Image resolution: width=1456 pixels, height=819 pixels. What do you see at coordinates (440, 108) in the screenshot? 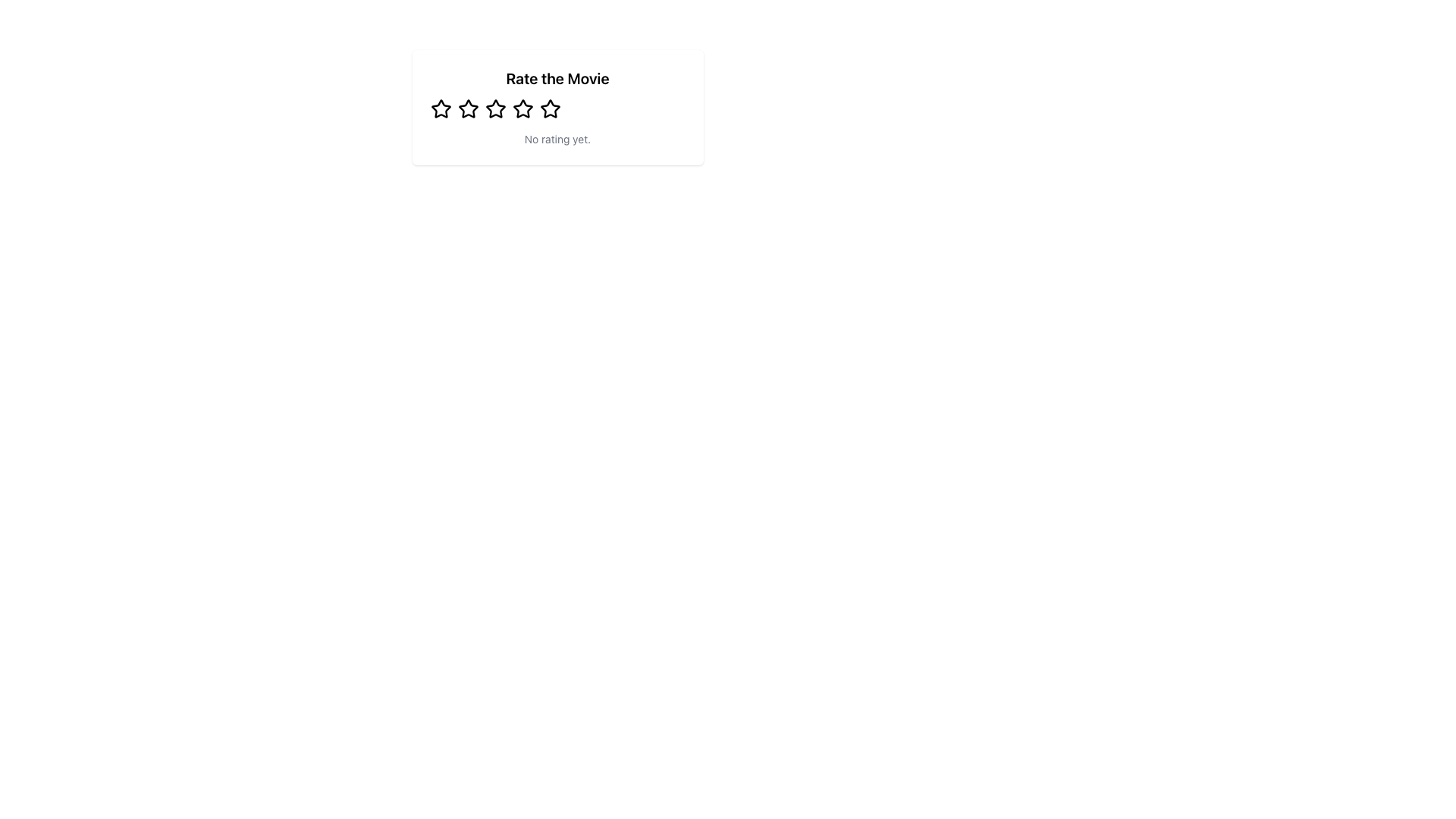
I see `the first star icon` at bounding box center [440, 108].